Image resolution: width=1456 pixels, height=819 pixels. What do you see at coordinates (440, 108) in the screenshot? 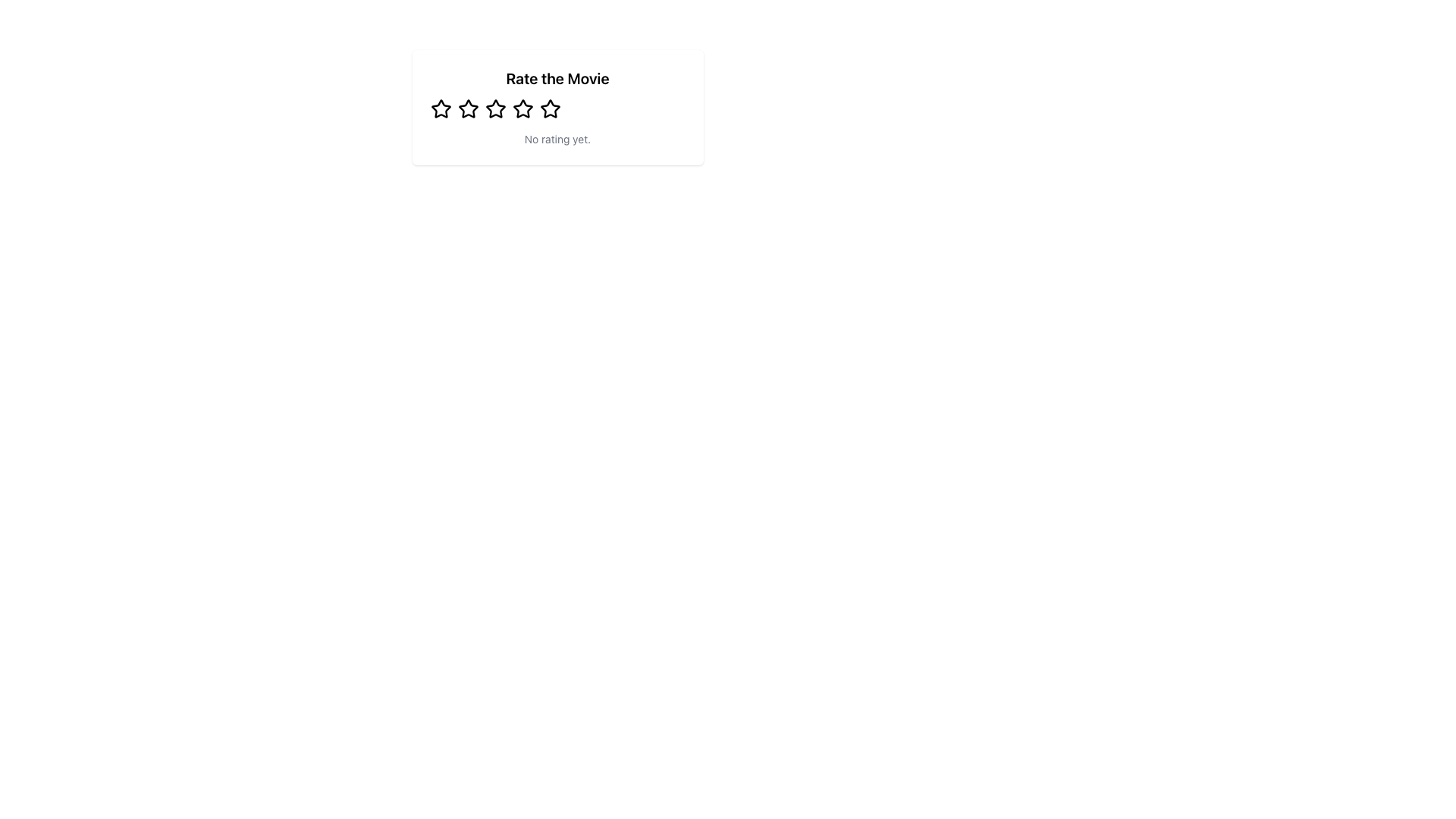
I see `the first star icon` at bounding box center [440, 108].